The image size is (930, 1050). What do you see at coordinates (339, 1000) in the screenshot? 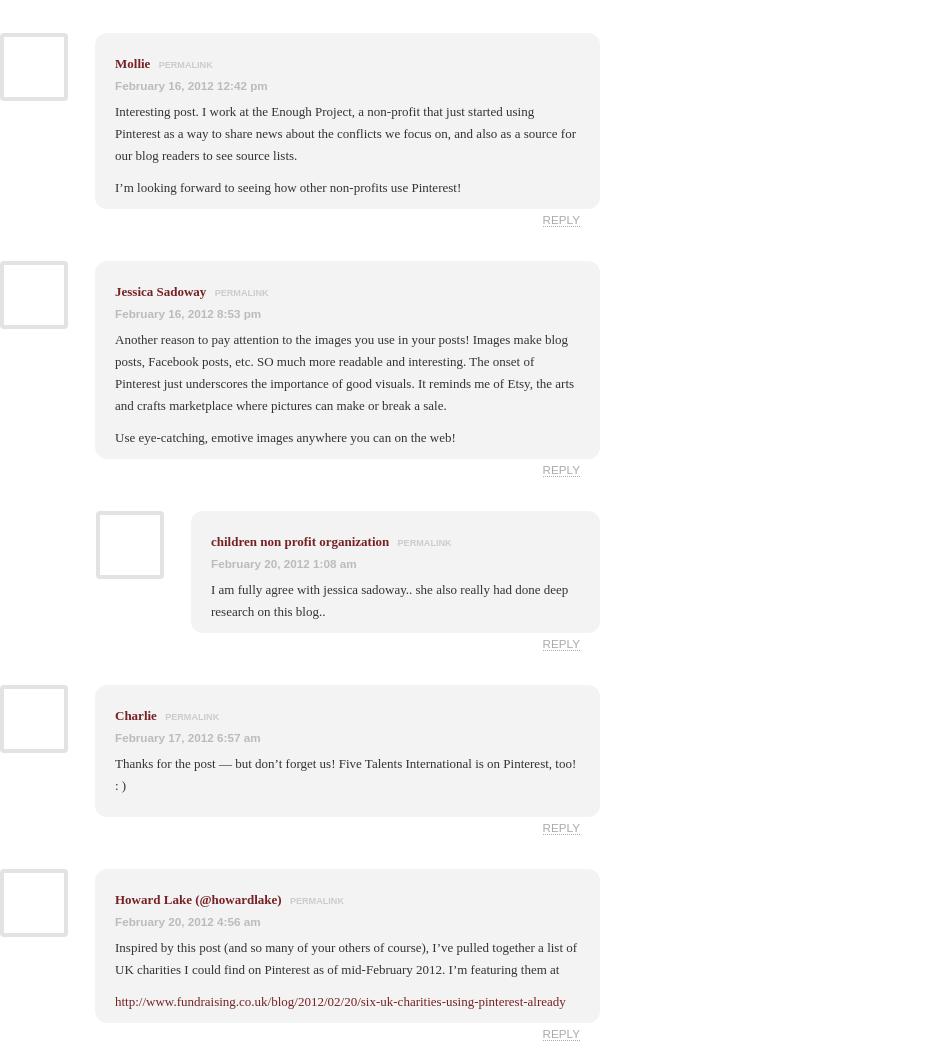
I see `'http://www.fundraising.co.uk/blog/2012/02/20/six-uk-charities-using-pinterest-already'` at bounding box center [339, 1000].